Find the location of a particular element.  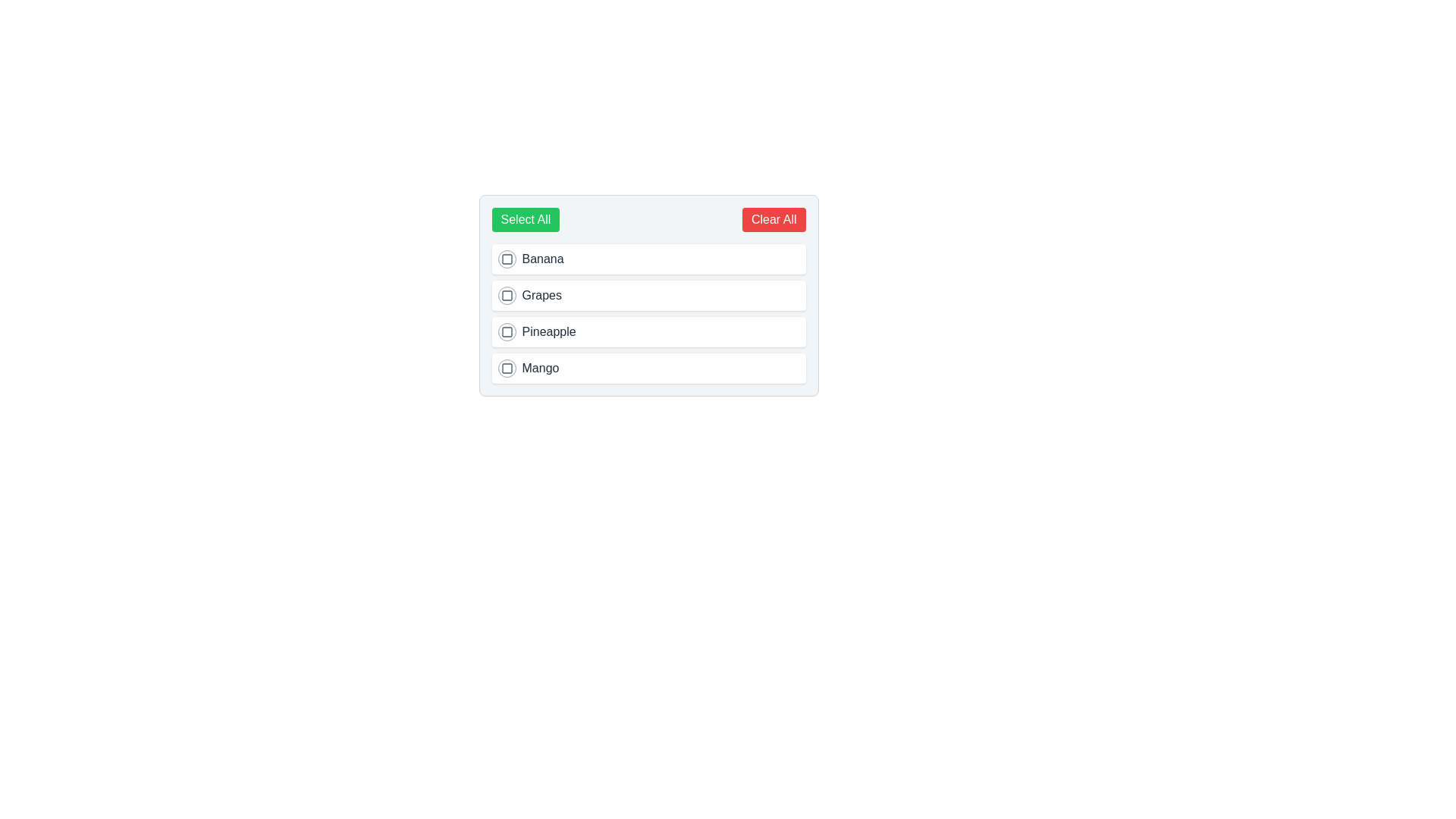

the 'Select All' button which is a rectangular button with a green background and white text, located on the left side of a horizontal layout is located at coordinates (526, 219).